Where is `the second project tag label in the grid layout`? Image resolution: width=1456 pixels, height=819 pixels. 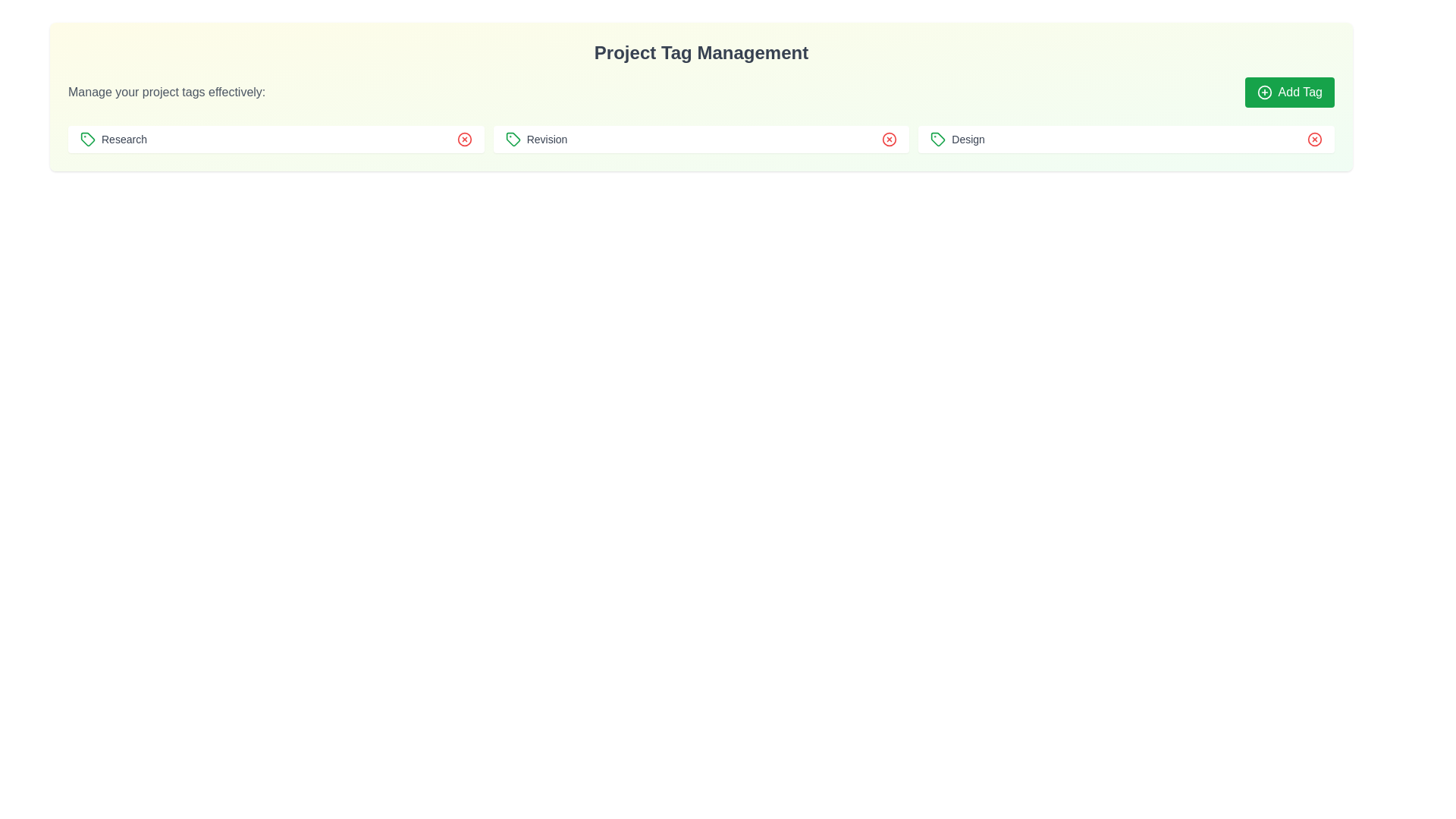
the second project tag label in the grid layout is located at coordinates (536, 140).